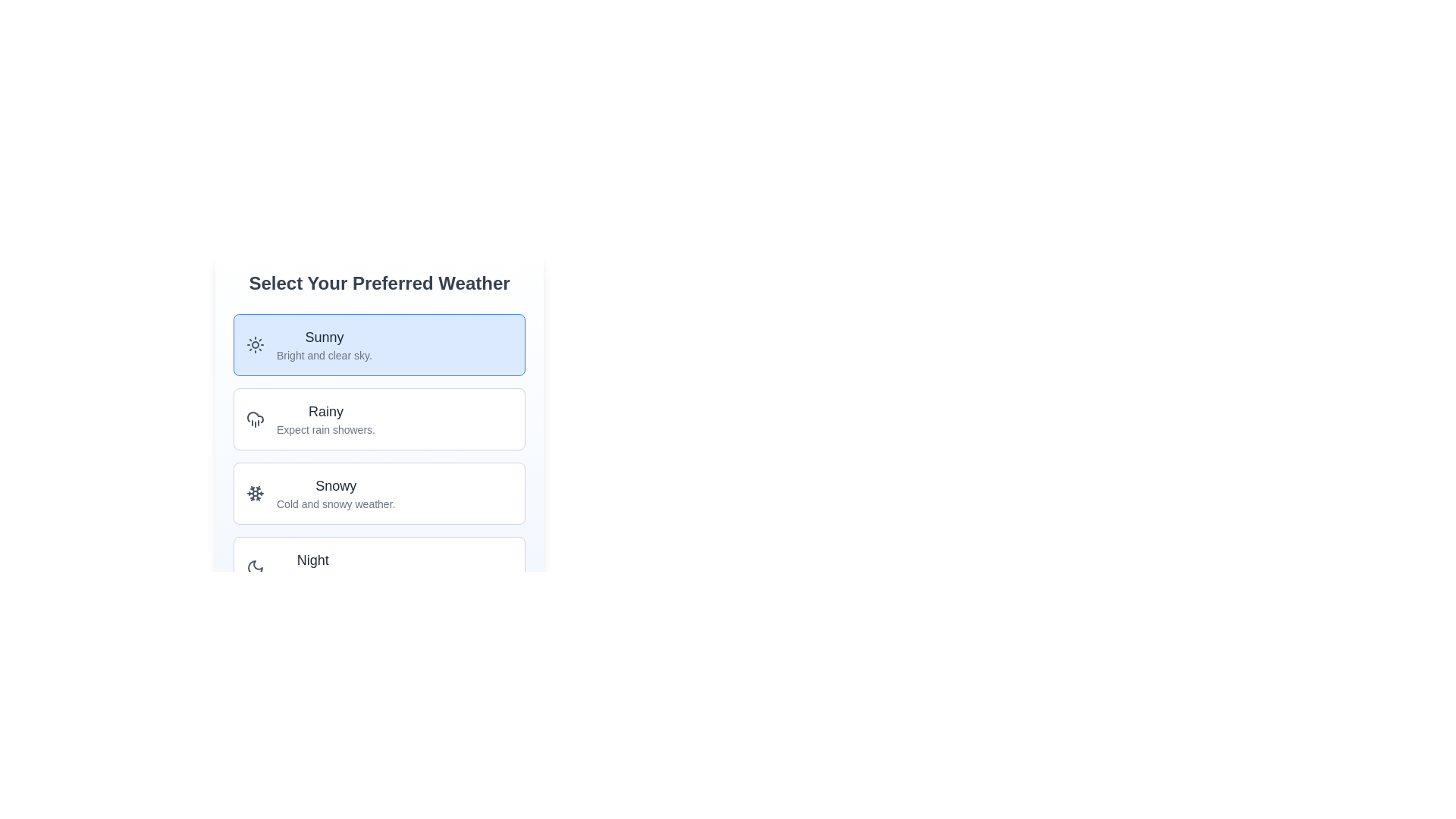 This screenshot has height=819, width=1456. I want to click on the fifth angular branch of the snowflake icon in the weather preference selection interface, located next to the 'Snowy' option, so click(253, 497).